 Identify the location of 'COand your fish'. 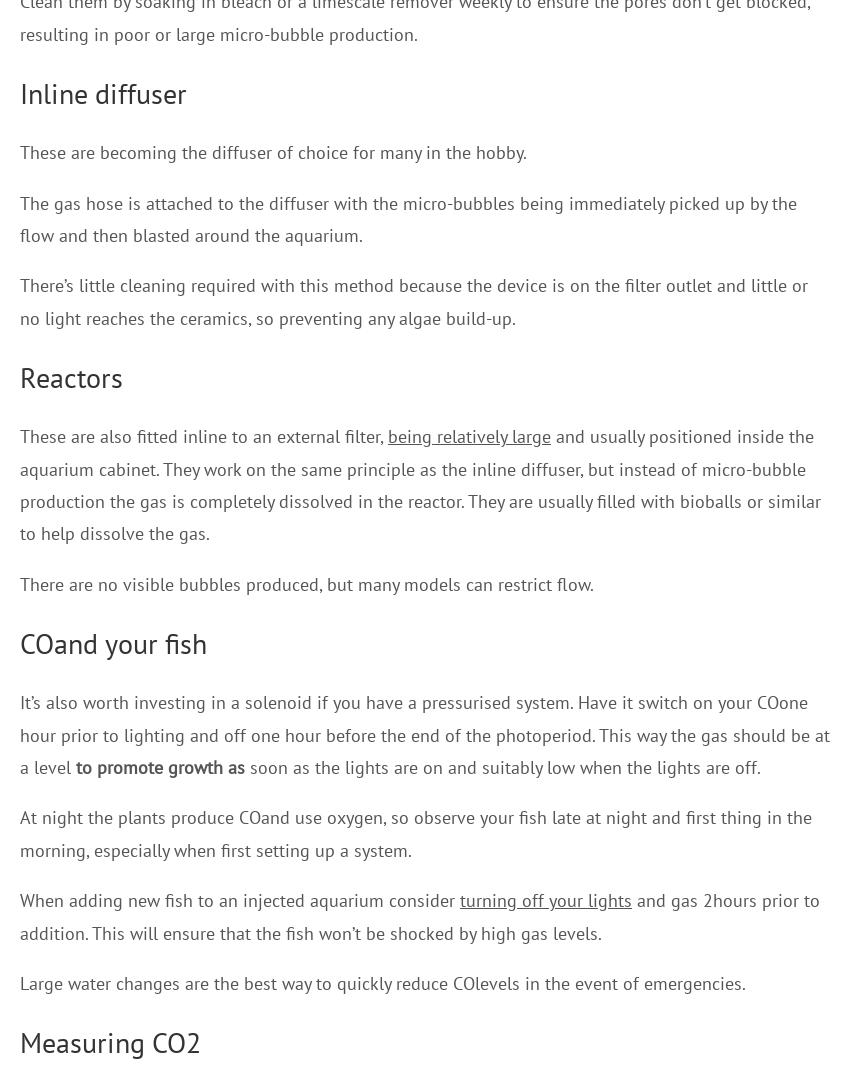
(112, 643).